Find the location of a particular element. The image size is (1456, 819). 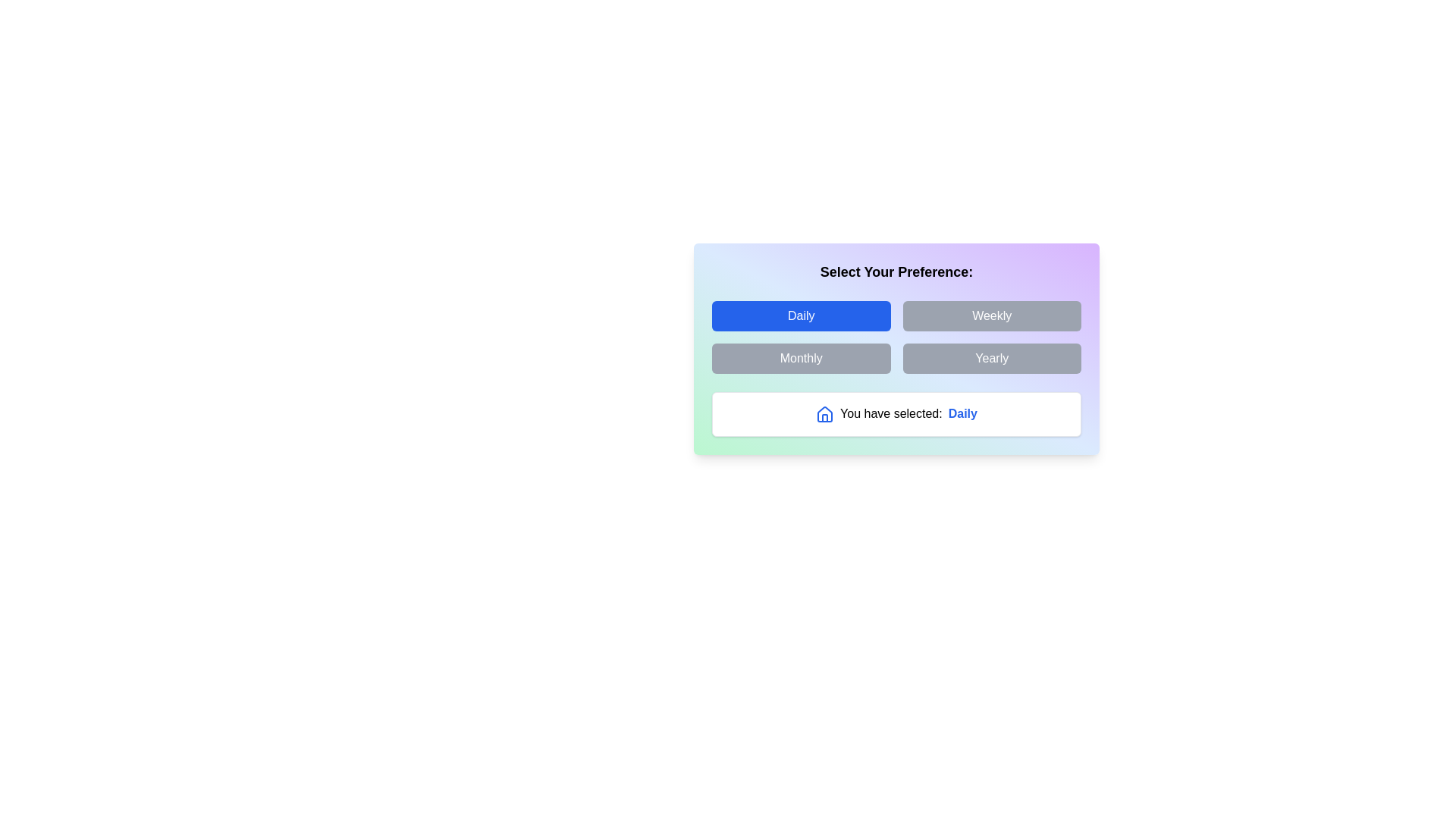

the 'Daily' button in the interactive grid of time-based preferences is located at coordinates (896, 336).